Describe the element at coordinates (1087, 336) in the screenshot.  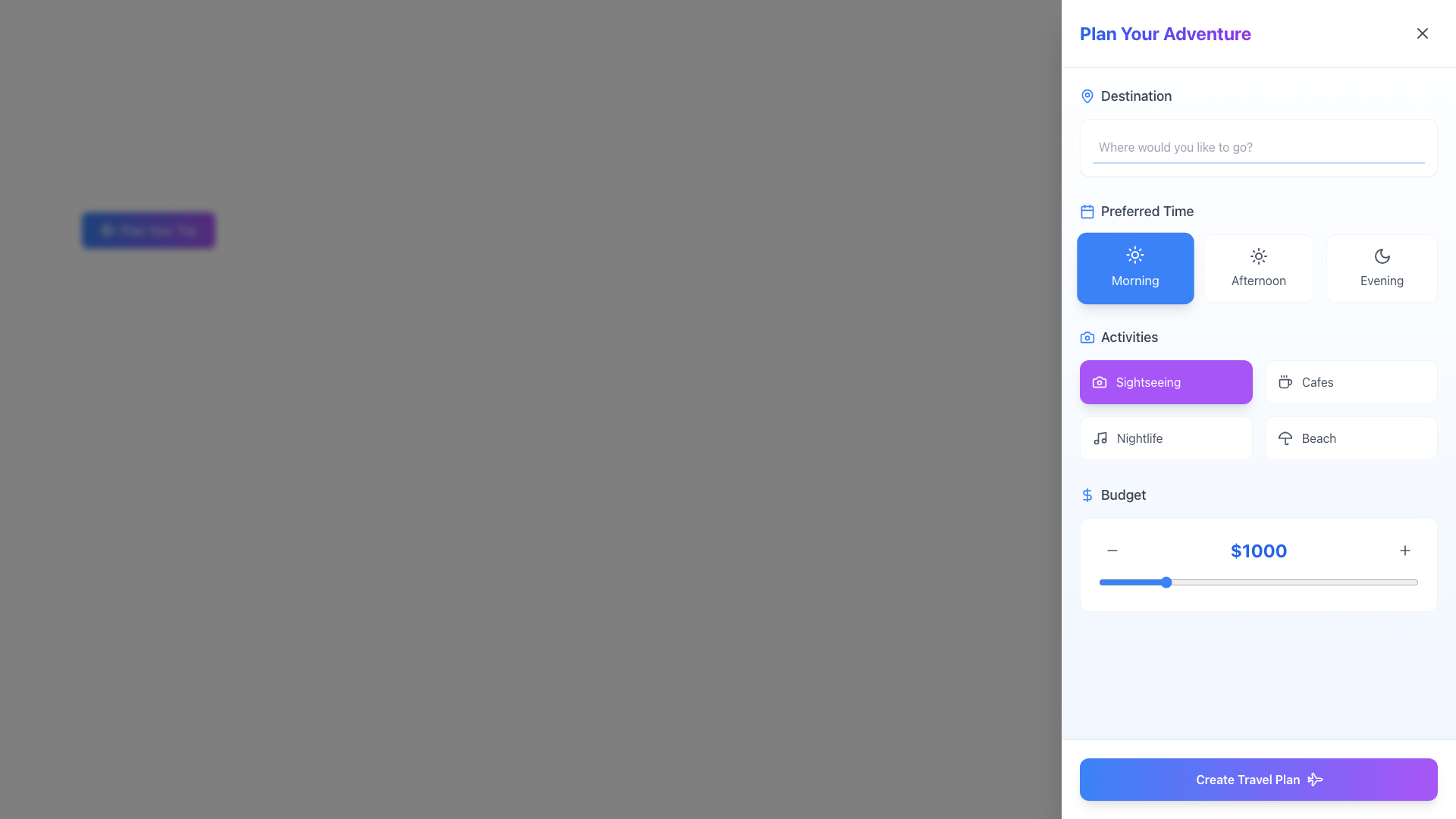
I see `the visual icon located to the left of the 'Activities' text in the 'Activities' section` at that location.